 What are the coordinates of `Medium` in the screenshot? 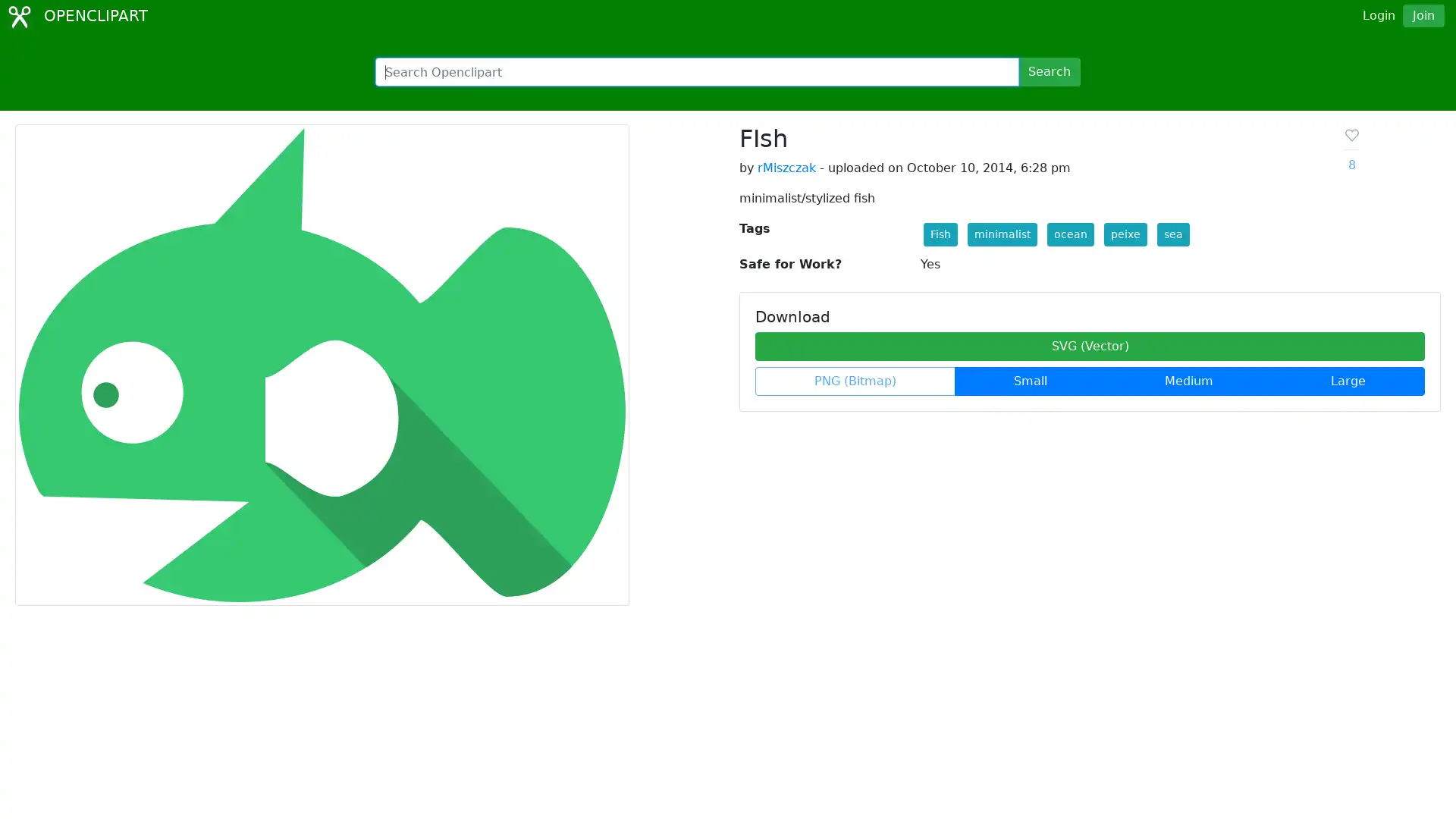 It's located at (1188, 380).